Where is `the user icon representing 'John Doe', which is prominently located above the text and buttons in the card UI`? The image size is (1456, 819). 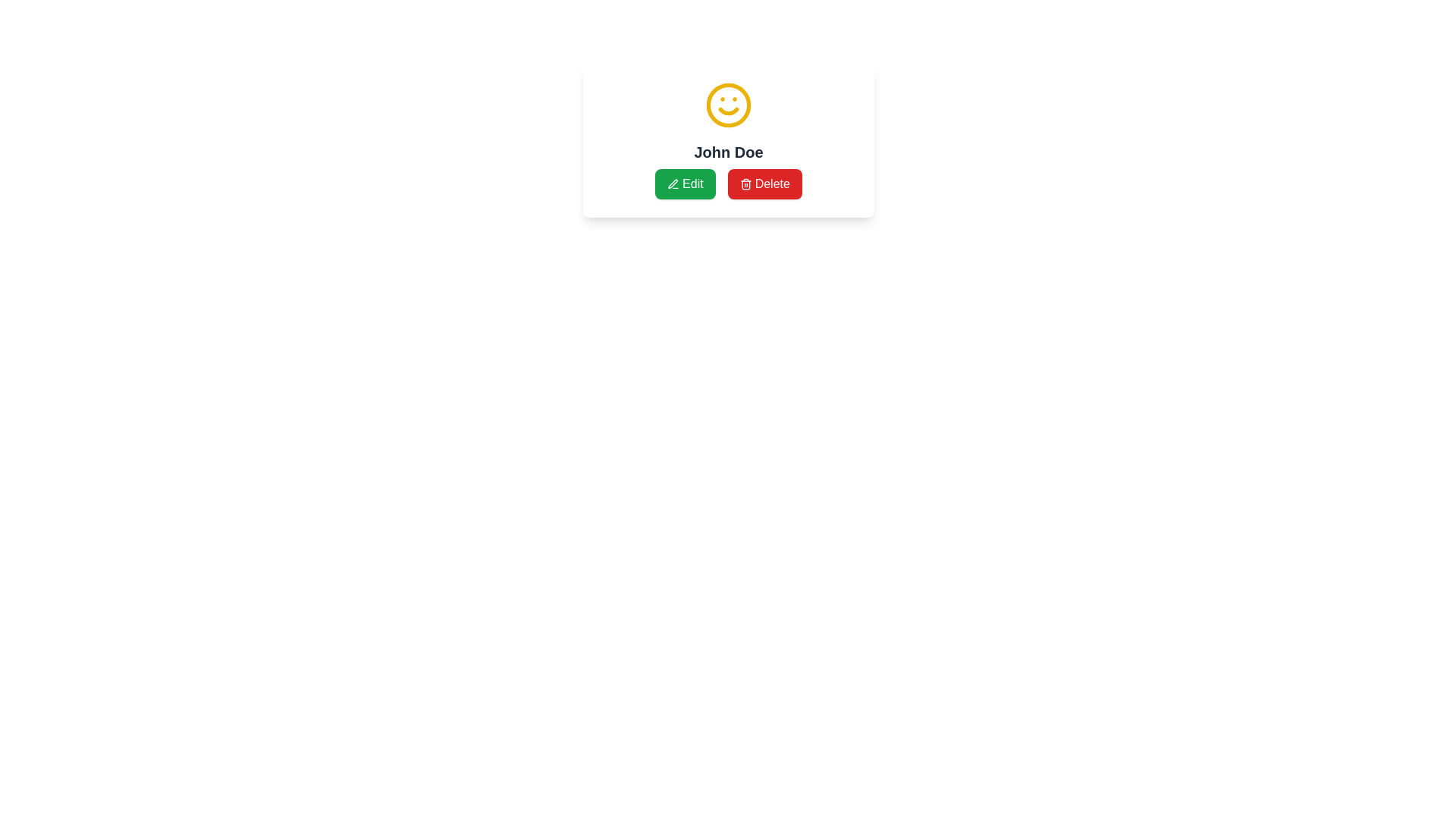
the user icon representing 'John Doe', which is prominently located above the text and buttons in the card UI is located at coordinates (728, 104).